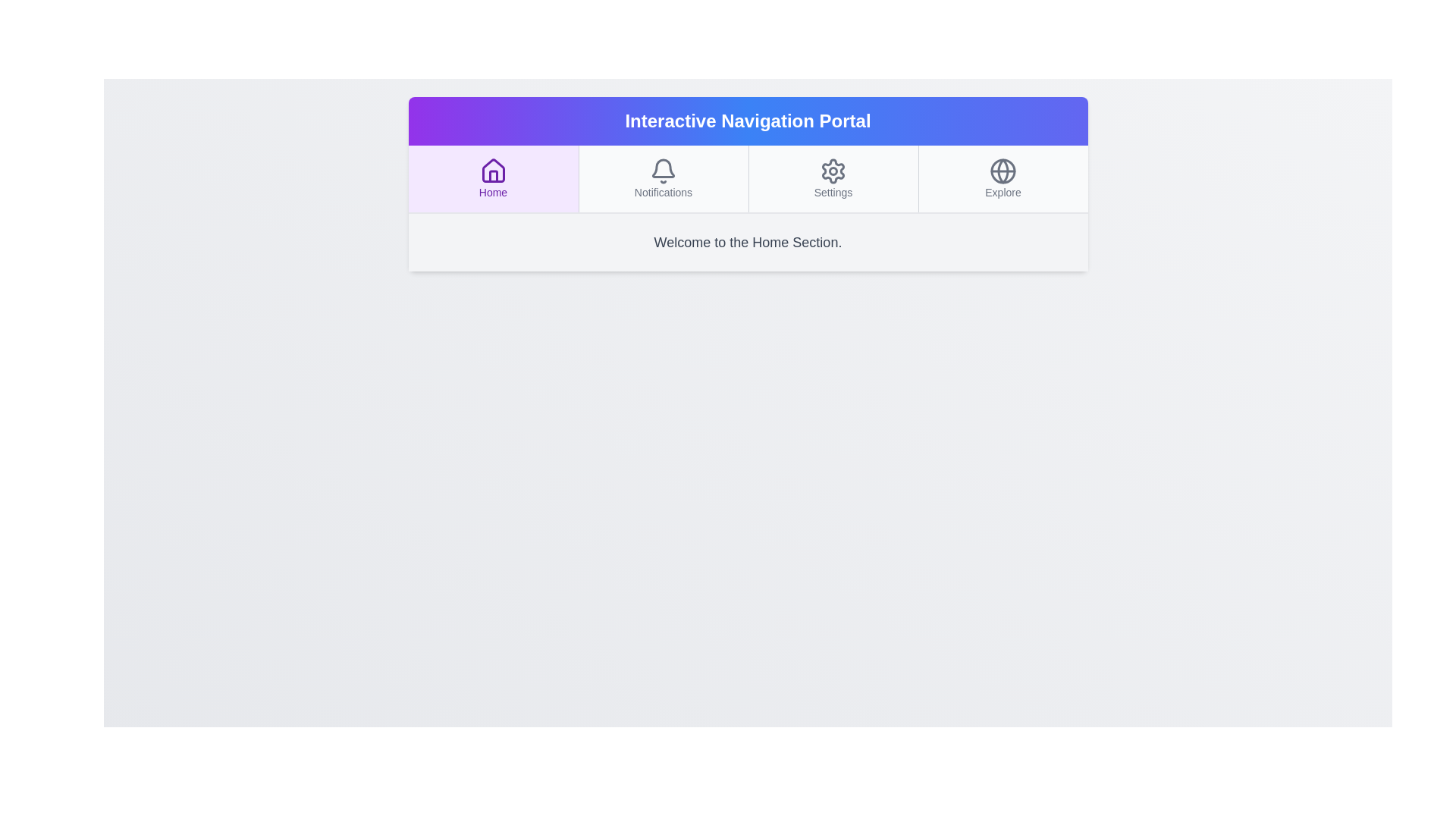  What do you see at coordinates (1003, 177) in the screenshot?
I see `the 'Explore' button, which features a gray globe icon above the text, located in the fourth column of the navigation bar` at bounding box center [1003, 177].